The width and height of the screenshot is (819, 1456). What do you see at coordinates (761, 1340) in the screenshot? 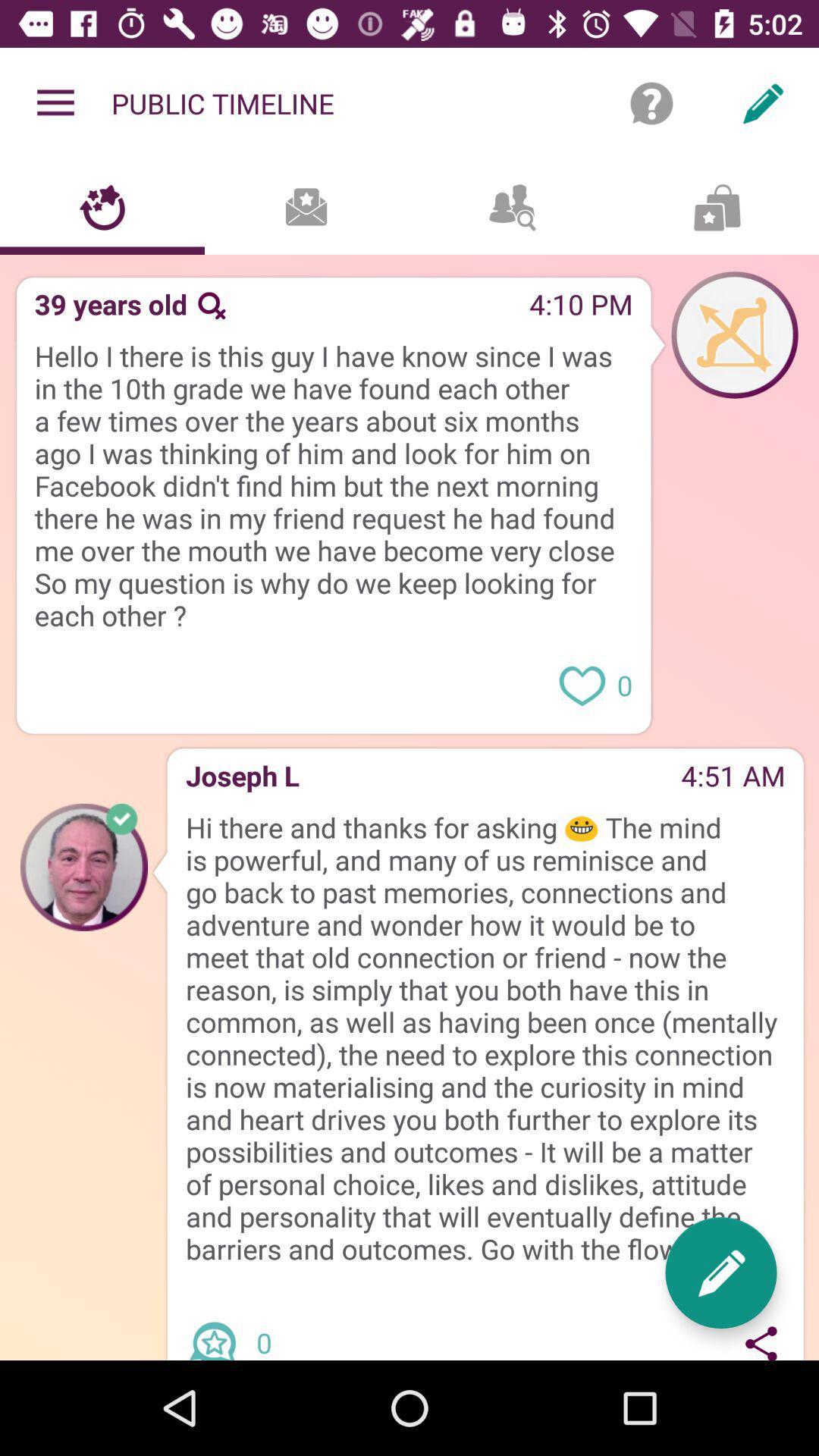
I see `share the selected message` at bounding box center [761, 1340].